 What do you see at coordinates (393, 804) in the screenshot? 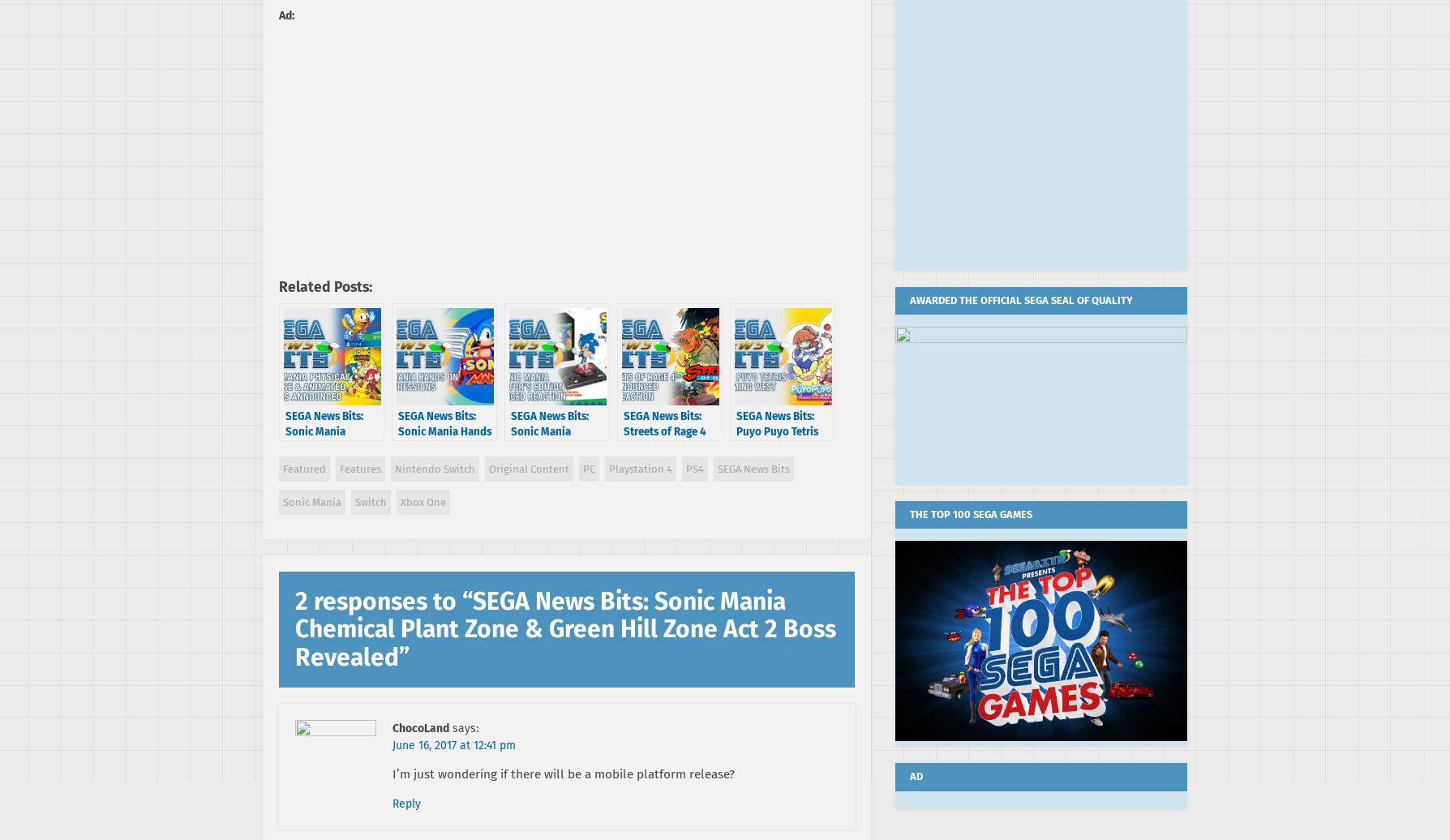
I see `'Reply'` at bounding box center [393, 804].